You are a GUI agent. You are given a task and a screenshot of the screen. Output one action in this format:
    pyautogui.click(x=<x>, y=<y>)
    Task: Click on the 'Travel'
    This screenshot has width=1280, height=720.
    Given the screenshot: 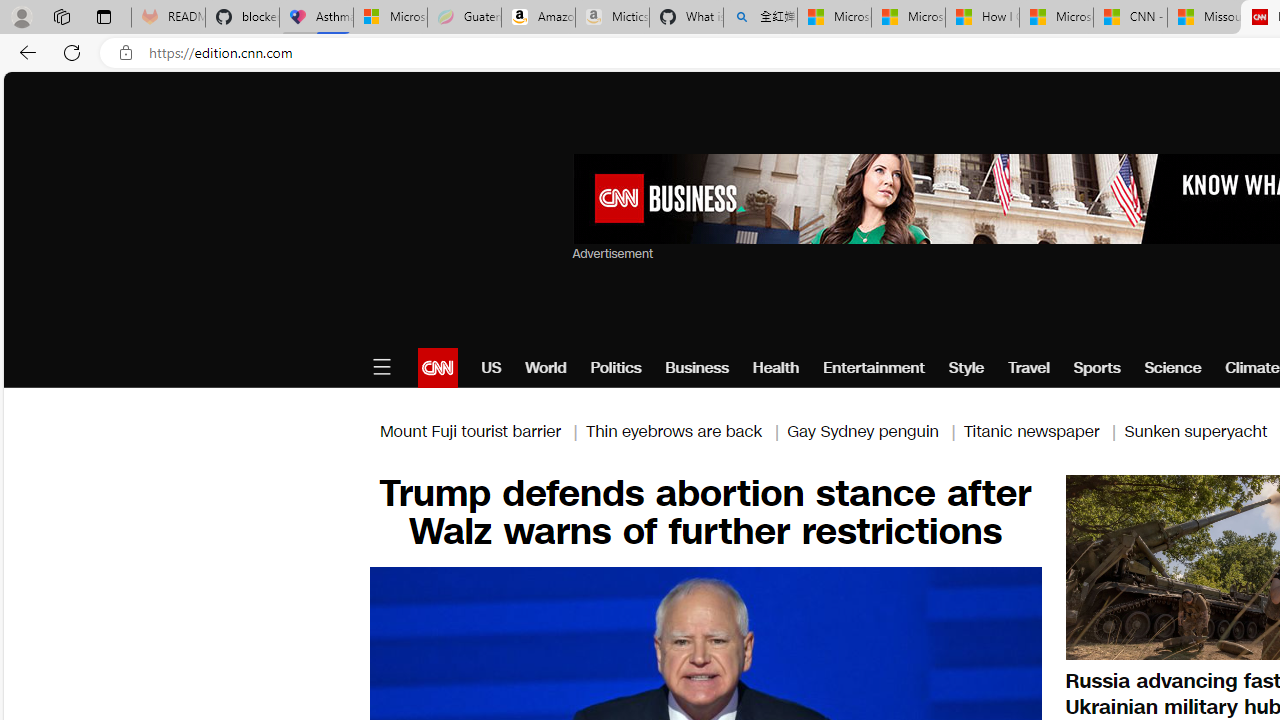 What is the action you would take?
    pyautogui.click(x=1029, y=367)
    